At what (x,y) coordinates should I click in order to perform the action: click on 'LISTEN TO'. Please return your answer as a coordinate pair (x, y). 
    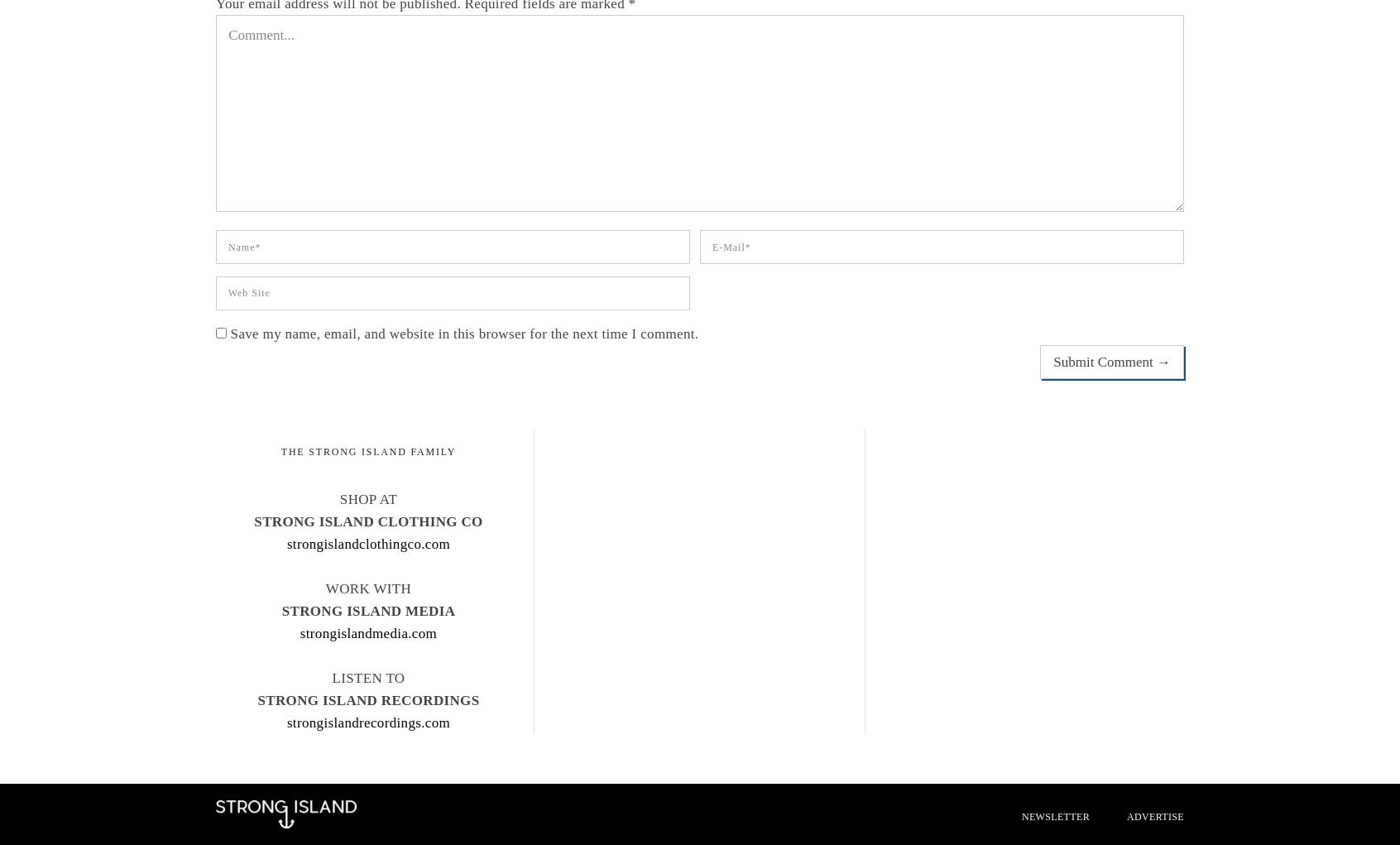
    Looking at the image, I should click on (367, 677).